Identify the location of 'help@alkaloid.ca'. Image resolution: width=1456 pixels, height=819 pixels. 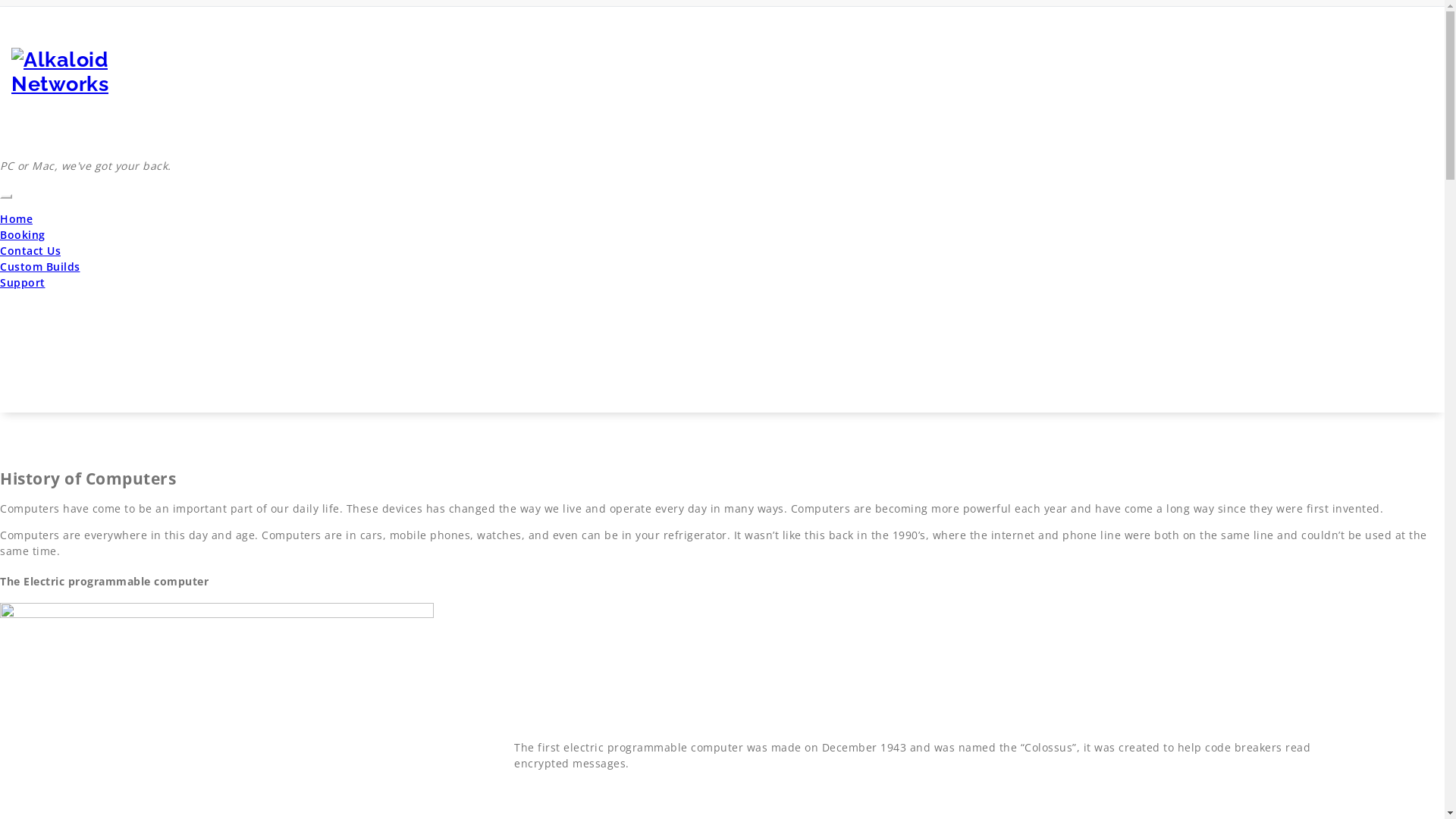
(1295, 14).